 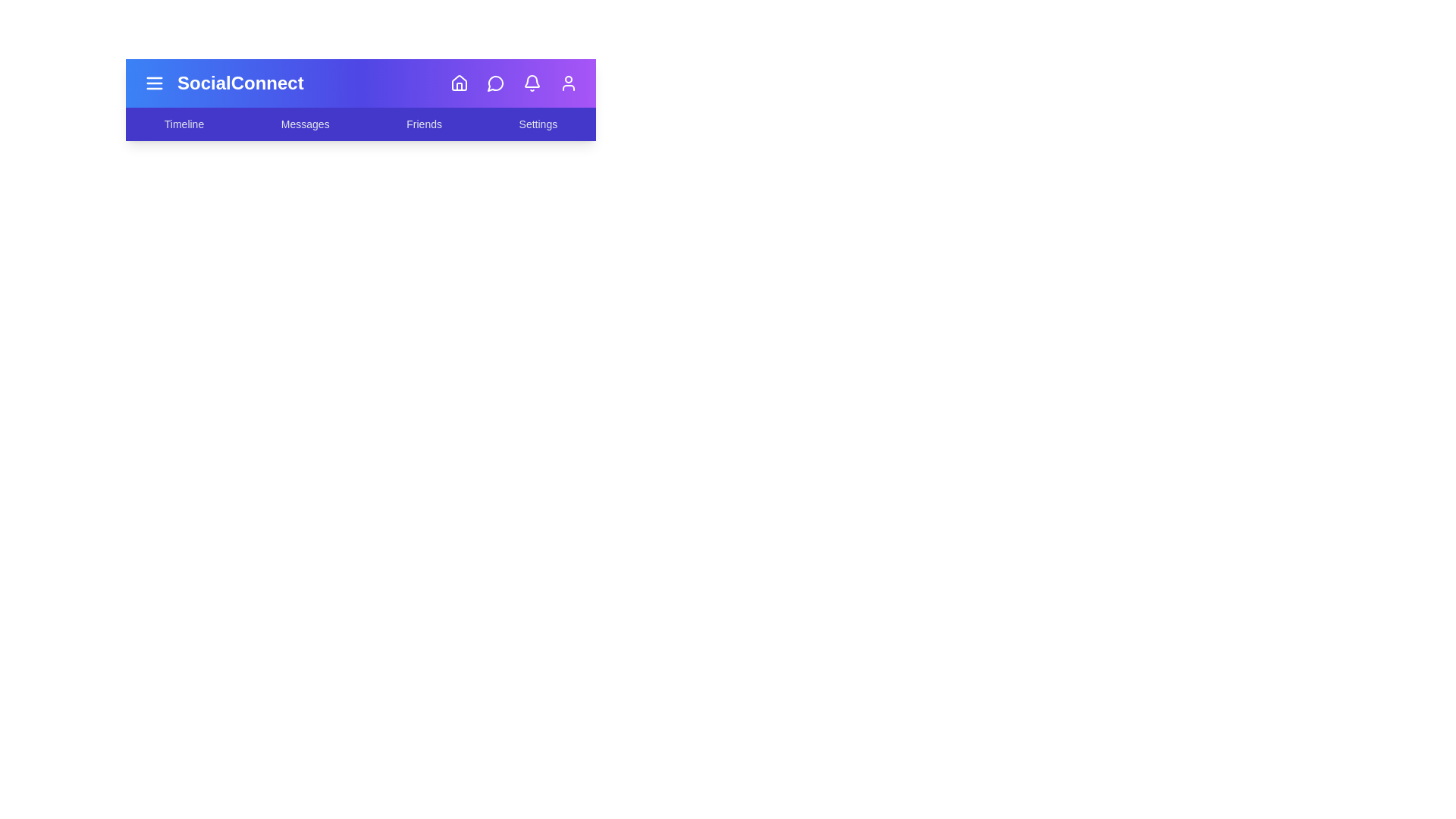 I want to click on the Notifications icon in the navigation bar to navigate to its respective section, so click(x=532, y=83).